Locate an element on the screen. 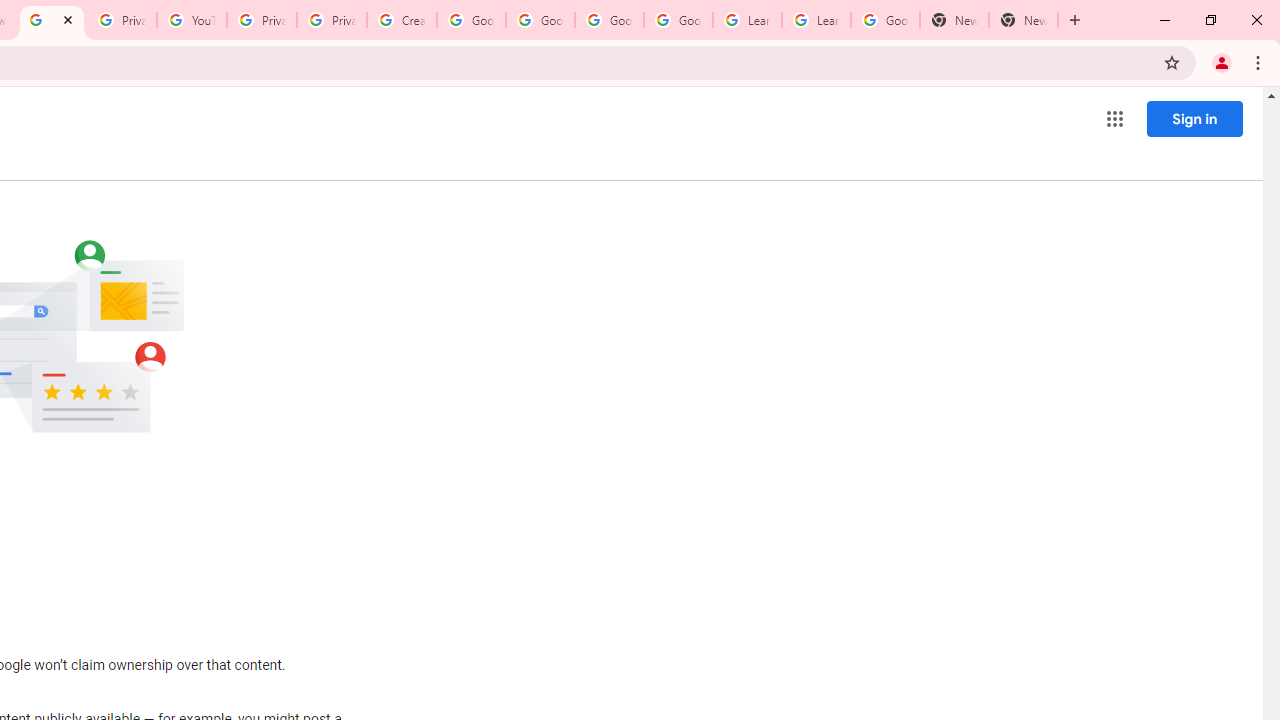  'Google Account' is located at coordinates (884, 20).